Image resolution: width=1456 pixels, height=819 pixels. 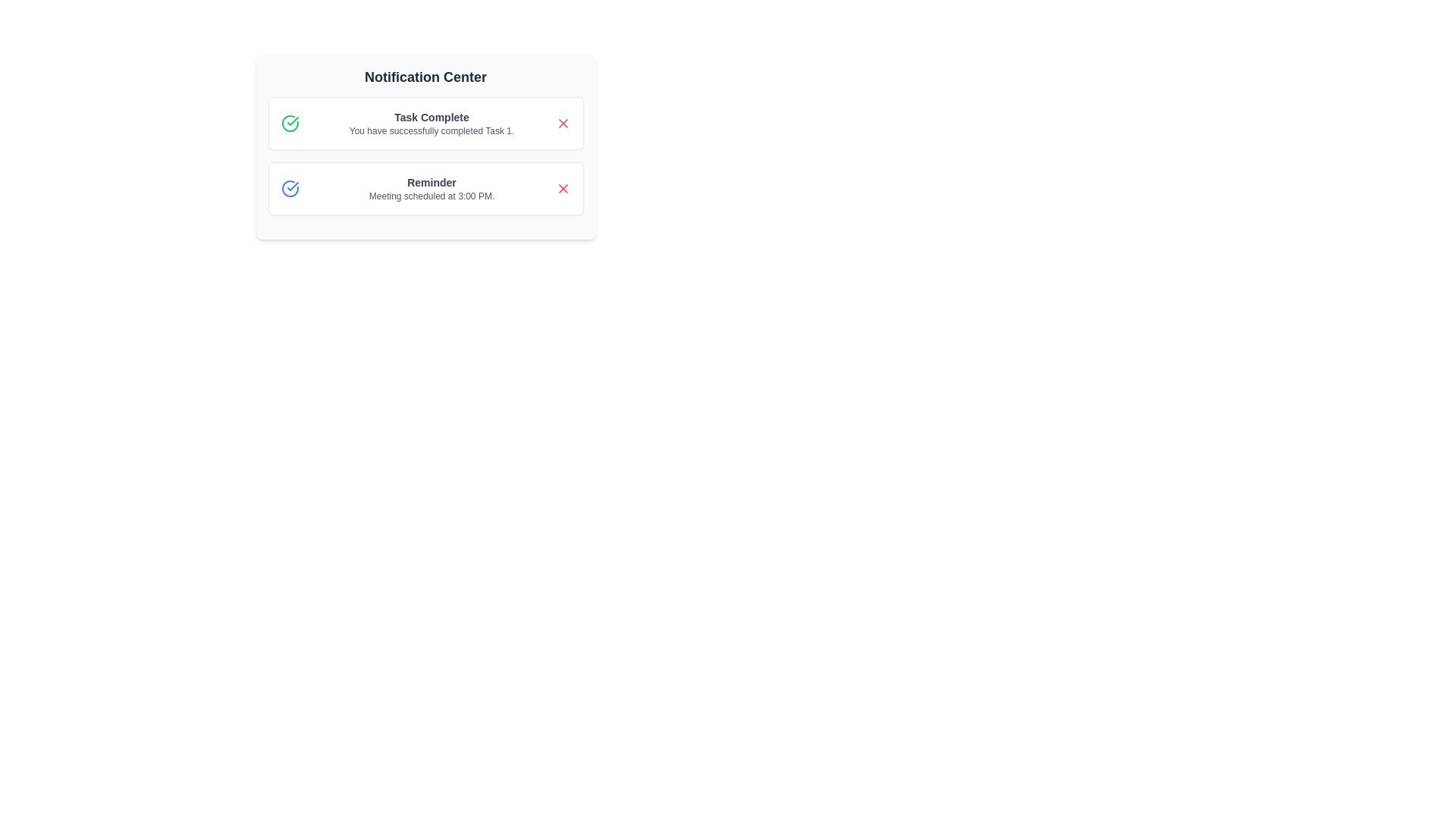 I want to click on the checkmark icon within the notification panel that indicates task completion, located to the left of the text 'Task Complete', so click(x=292, y=186).